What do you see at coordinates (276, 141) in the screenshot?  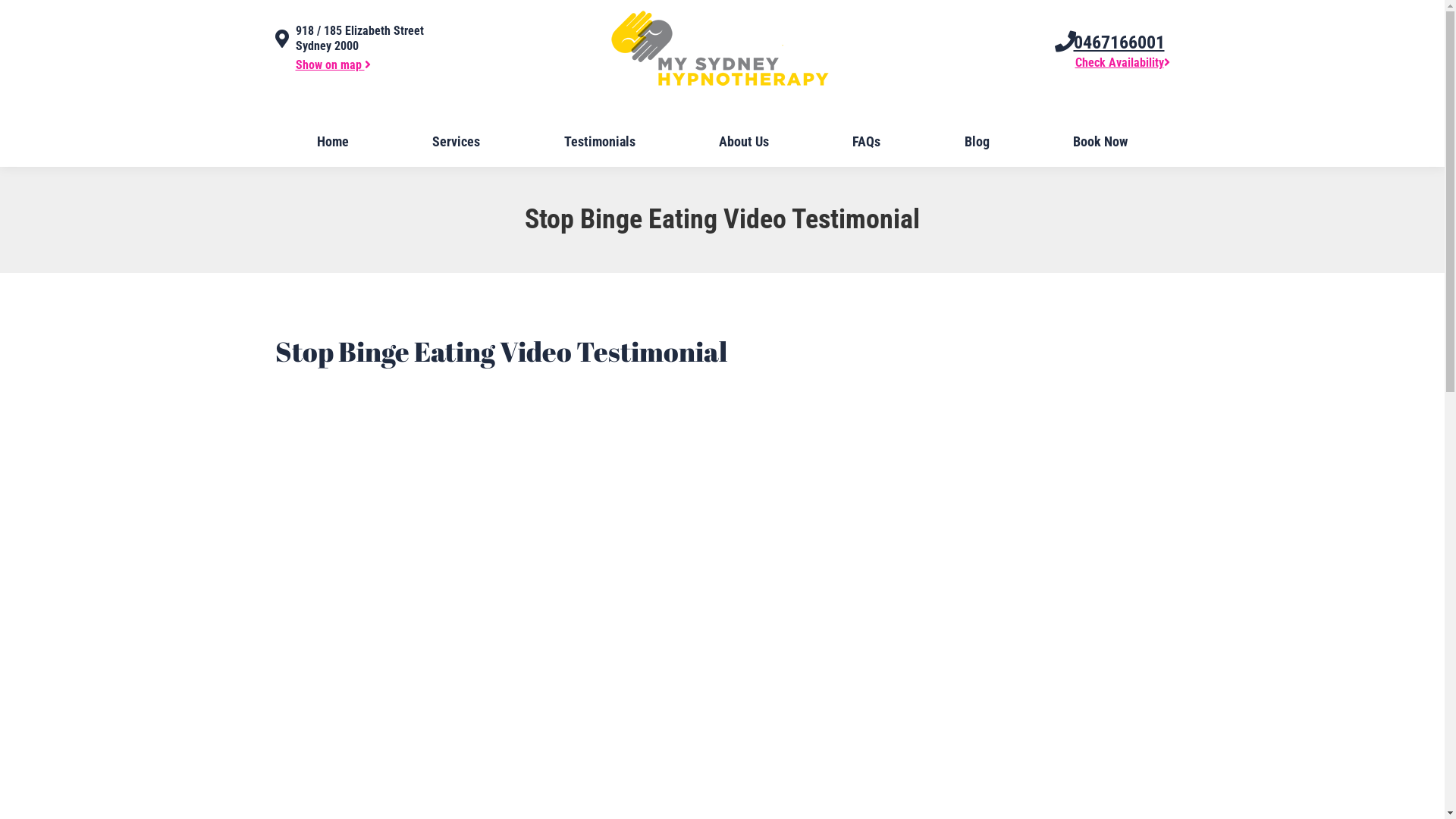 I see `'Home'` at bounding box center [276, 141].